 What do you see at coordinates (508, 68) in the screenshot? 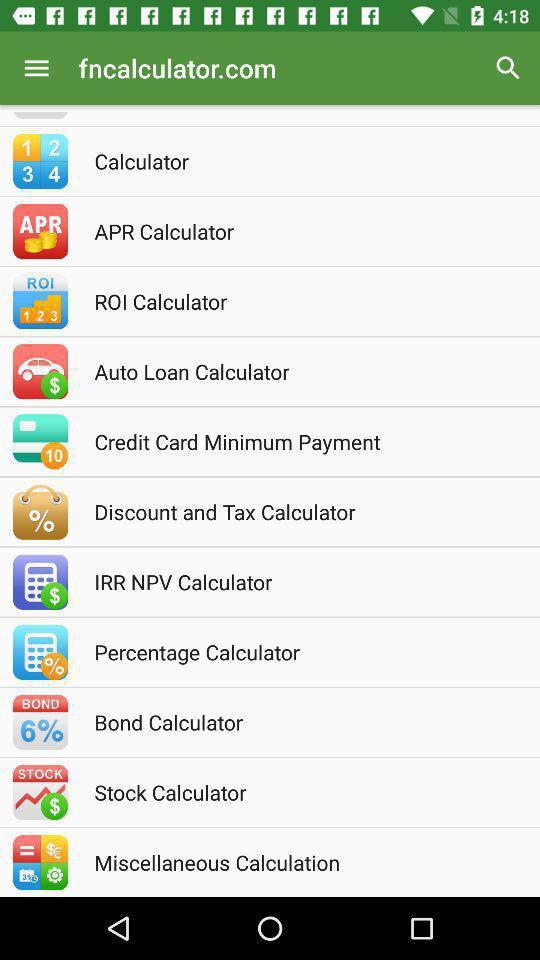
I see `the item above the calculator icon` at bounding box center [508, 68].